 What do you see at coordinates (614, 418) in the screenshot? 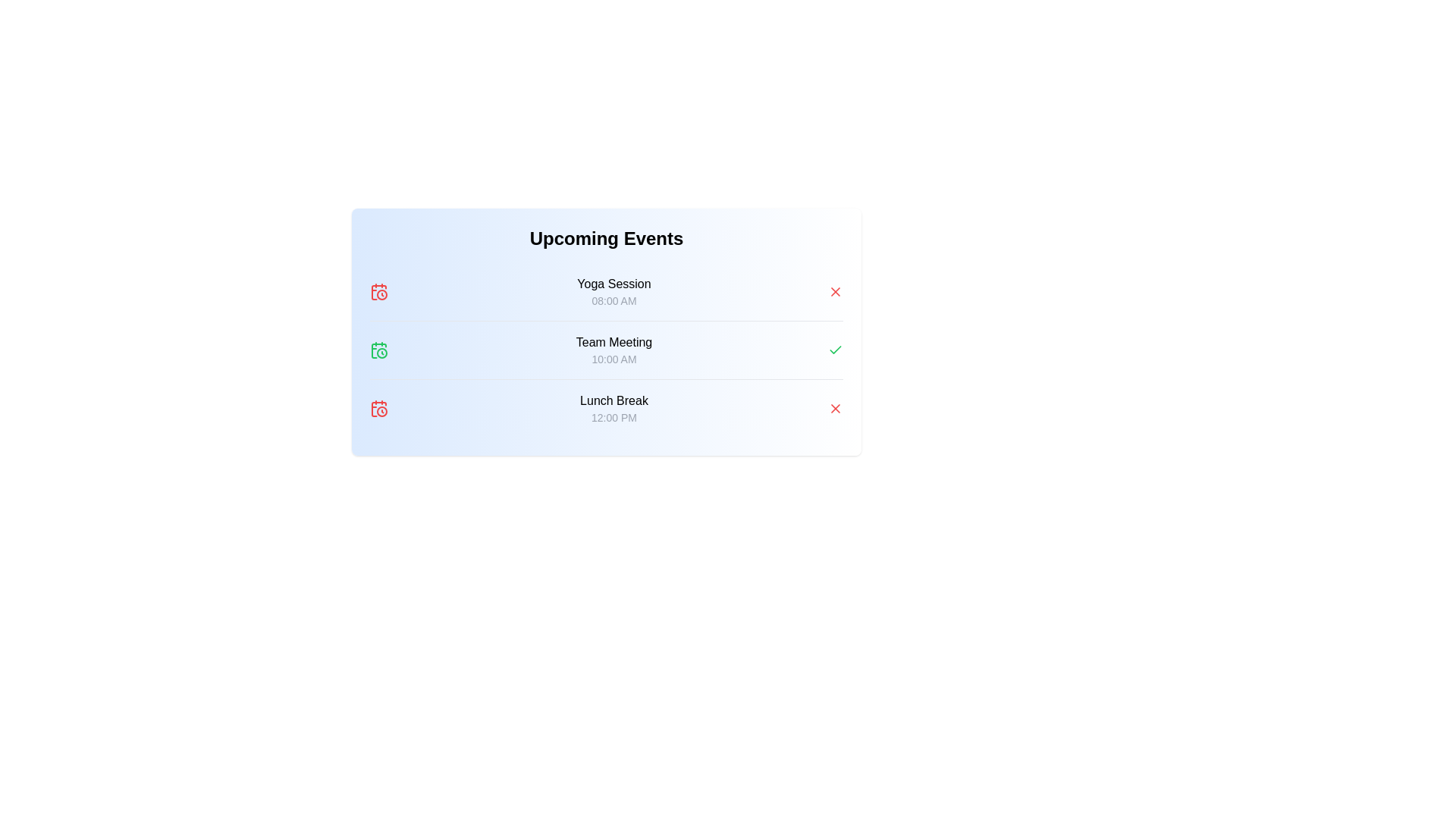
I see `the Static Text Label displaying the scheduled time for the event 'Lunch Break' located in the third row of the 'Upcoming Events' list` at bounding box center [614, 418].